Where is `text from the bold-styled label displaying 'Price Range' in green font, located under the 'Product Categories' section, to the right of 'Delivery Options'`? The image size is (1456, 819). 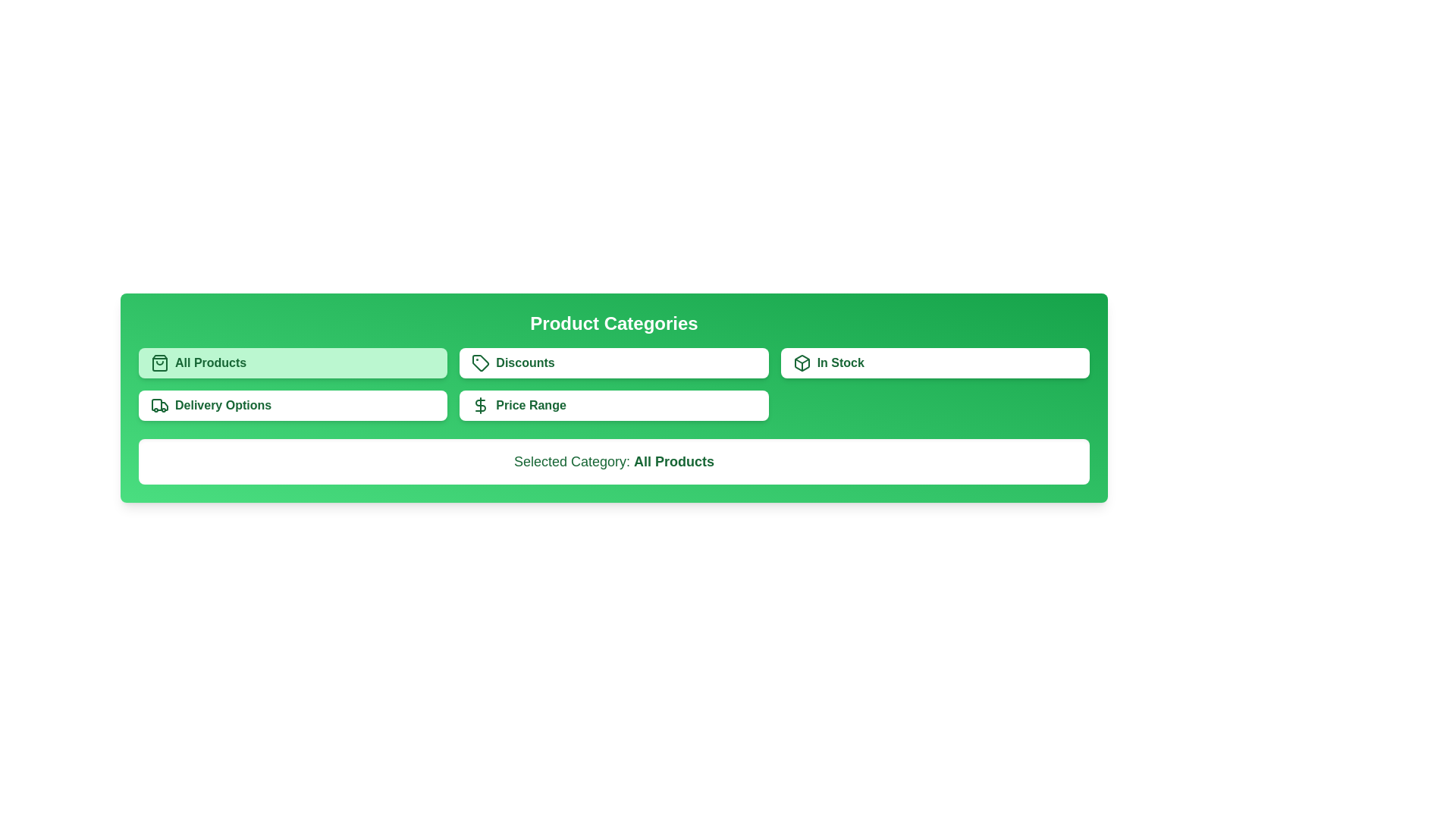
text from the bold-styled label displaying 'Price Range' in green font, located under the 'Product Categories' section, to the right of 'Delivery Options' is located at coordinates (531, 405).